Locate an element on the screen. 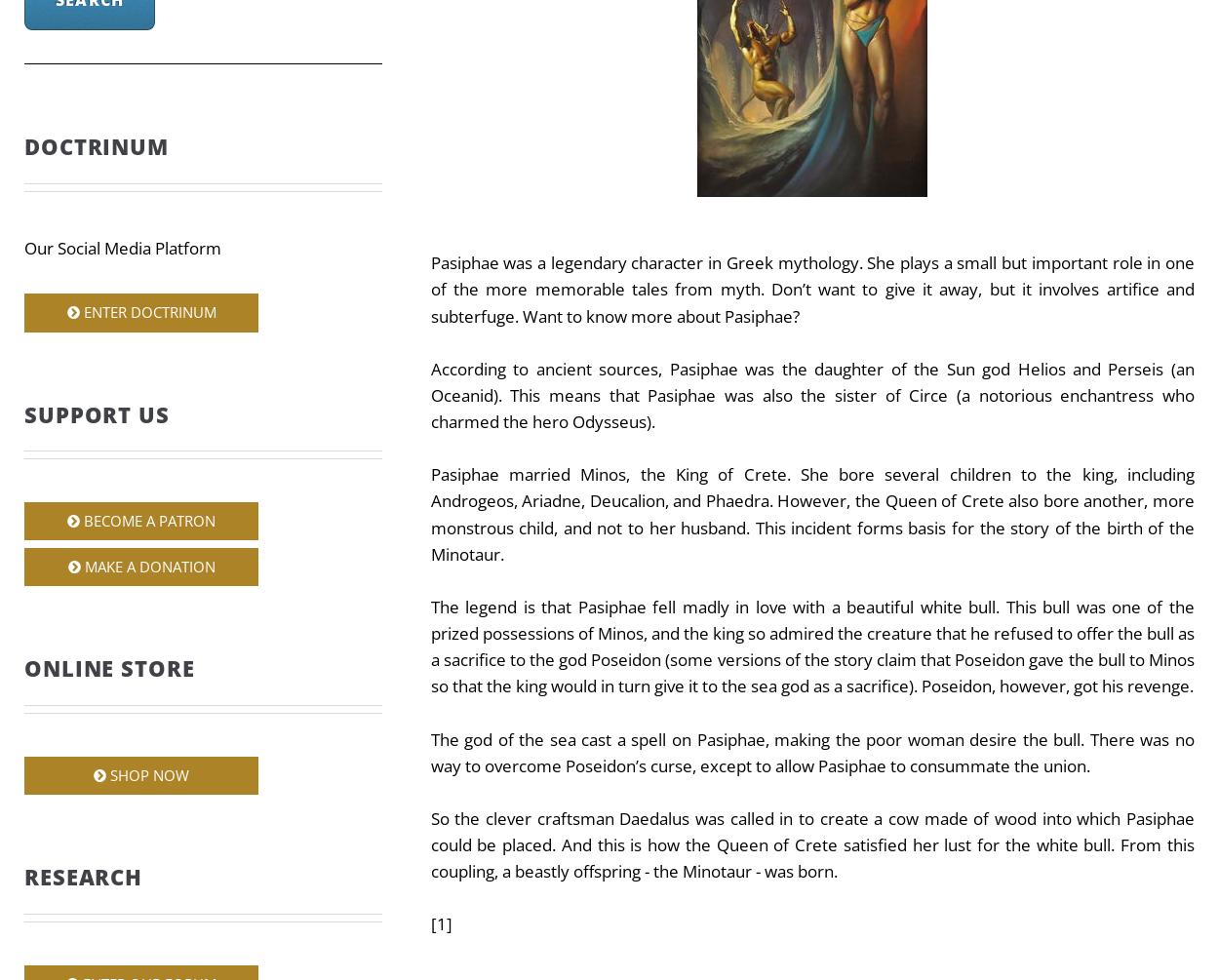  'Shop Now' is located at coordinates (147, 773).